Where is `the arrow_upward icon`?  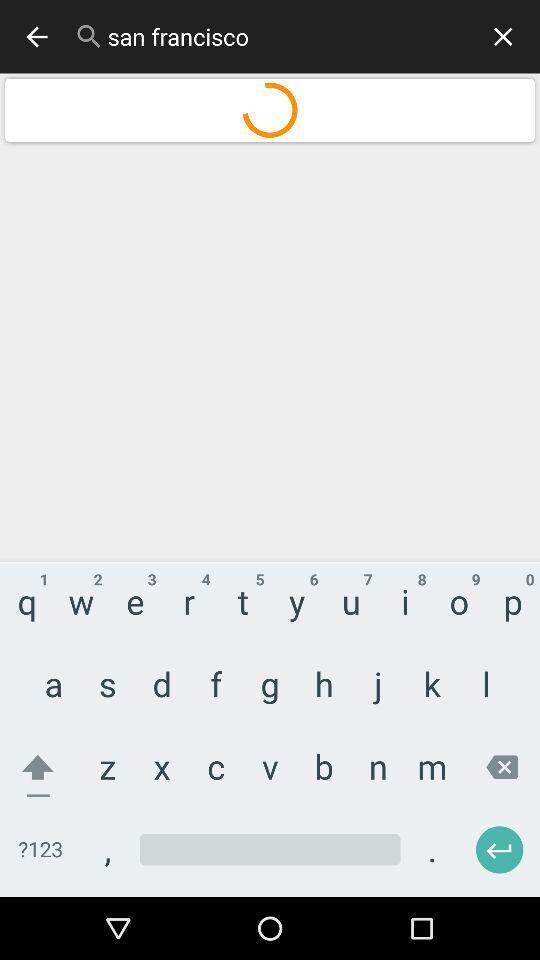
the arrow_upward icon is located at coordinates (44, 752).